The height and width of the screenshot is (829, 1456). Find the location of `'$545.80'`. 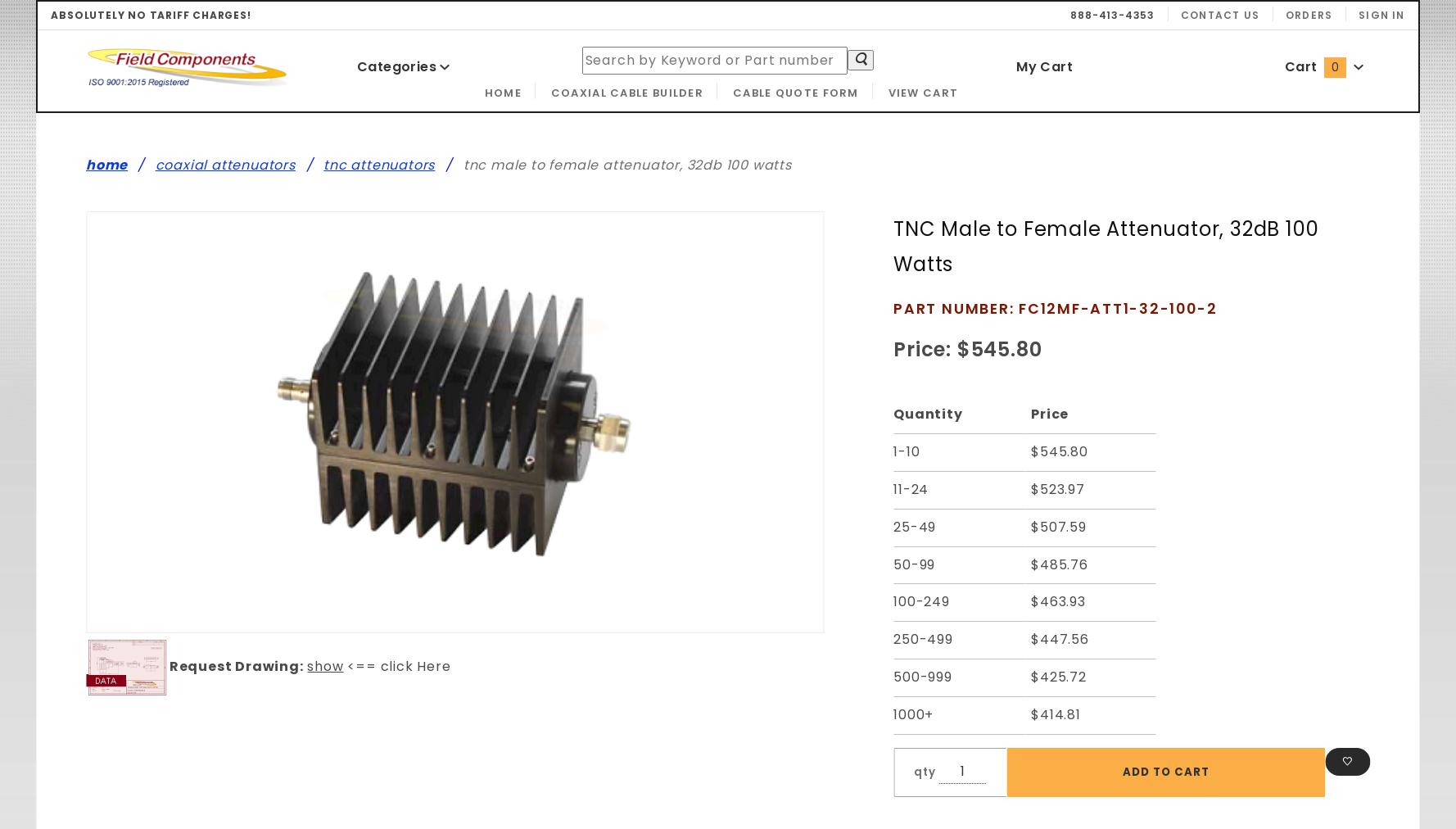

'$545.80' is located at coordinates (1059, 451).